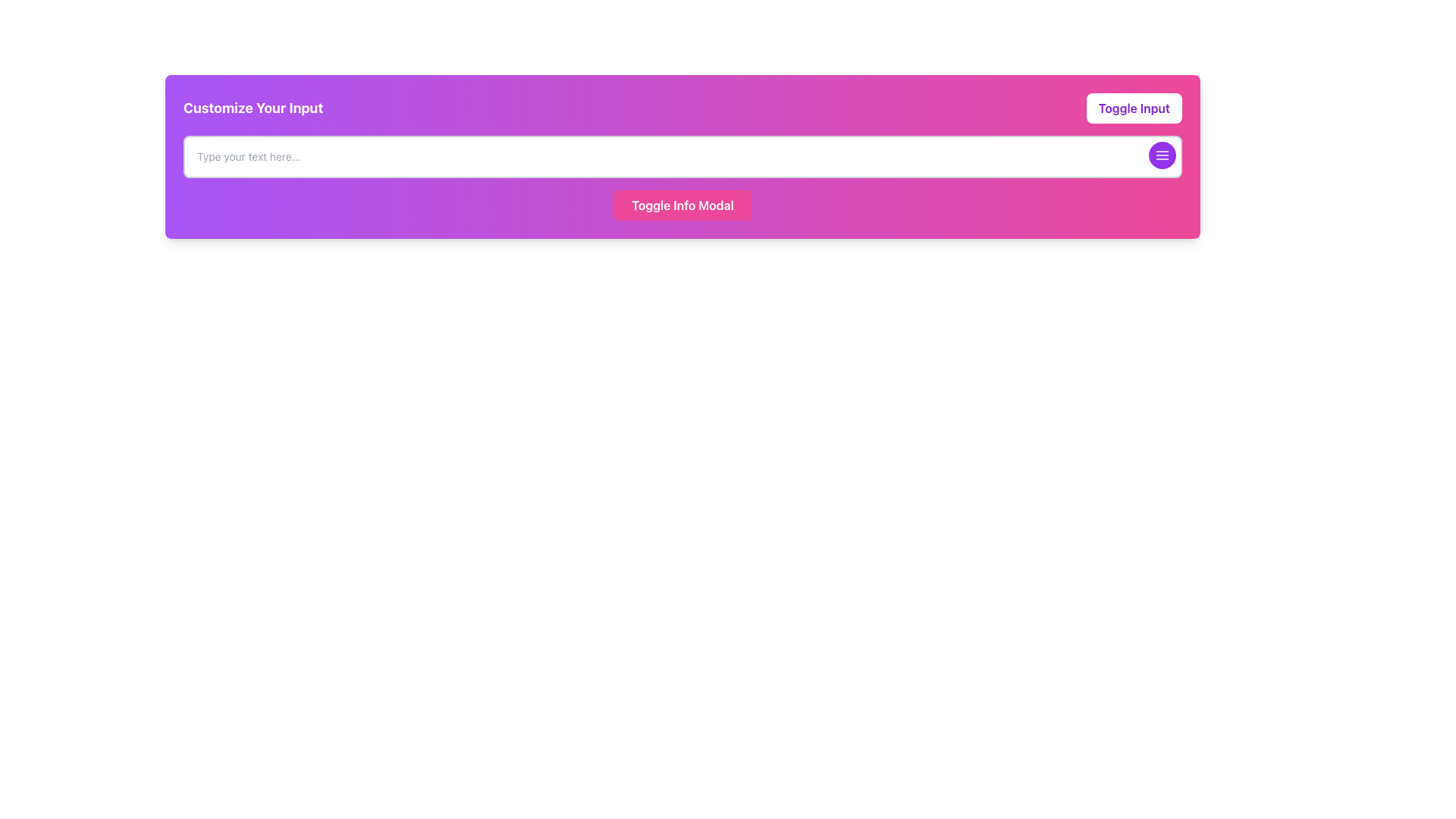 The height and width of the screenshot is (819, 1456). I want to click on the toggle button located in the top right of the 'Customize Your Input' section, so click(1134, 107).